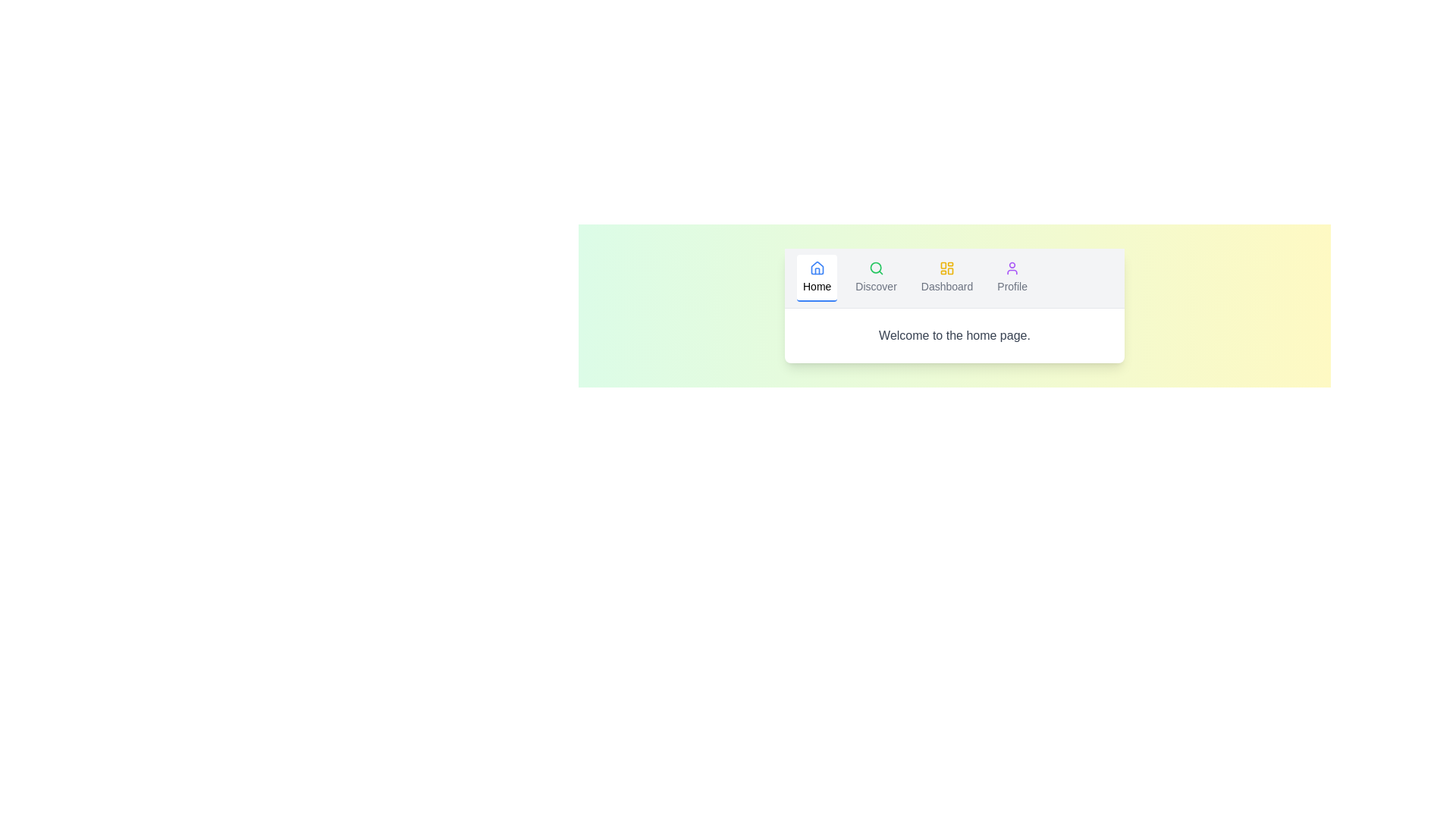 The image size is (1456, 819). What do you see at coordinates (815, 278) in the screenshot?
I see `the Home tab to navigate to its content` at bounding box center [815, 278].